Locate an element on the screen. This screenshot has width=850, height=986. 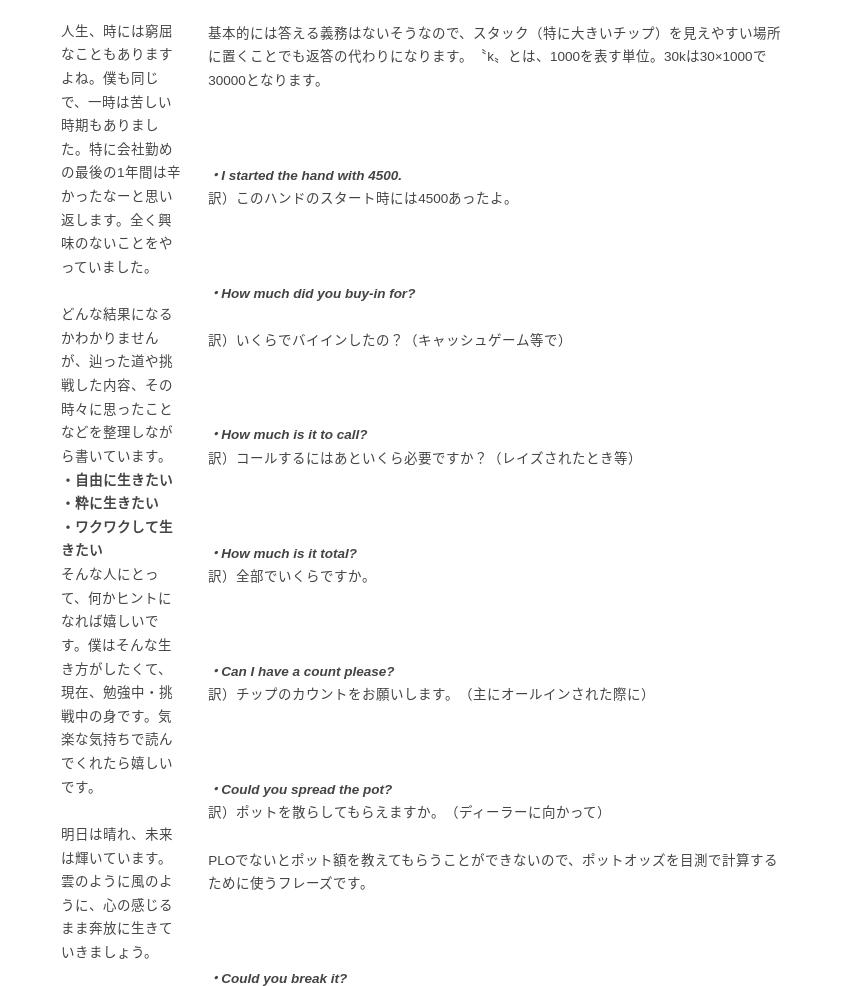
'PLOでないとポット額を教えてもらうことができないので、ポットオッズを目測で計算するために使うフレーズです。' is located at coordinates (206, 870).